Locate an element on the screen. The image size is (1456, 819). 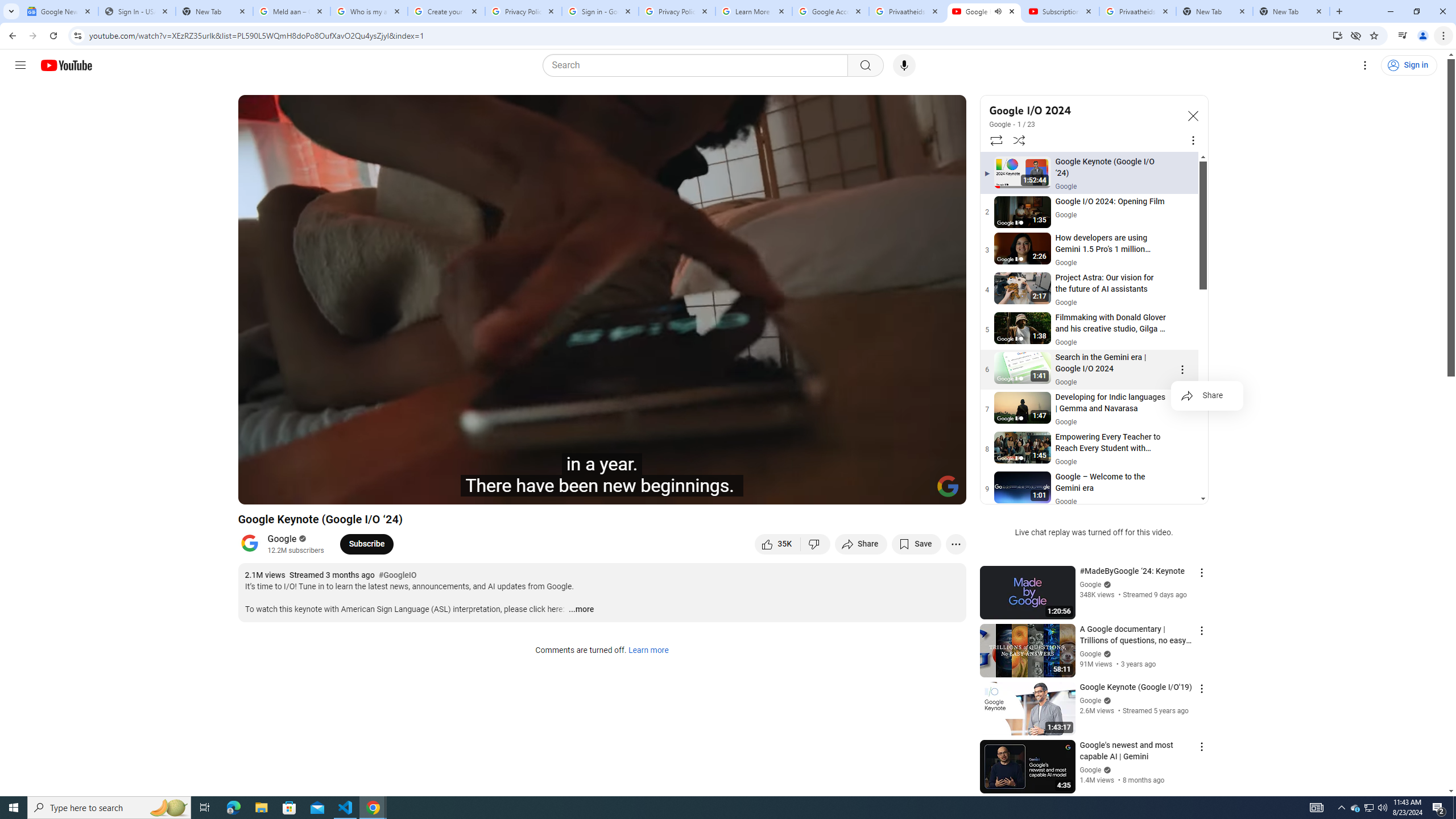
'Mute (m)' is located at coordinates (338, 490).